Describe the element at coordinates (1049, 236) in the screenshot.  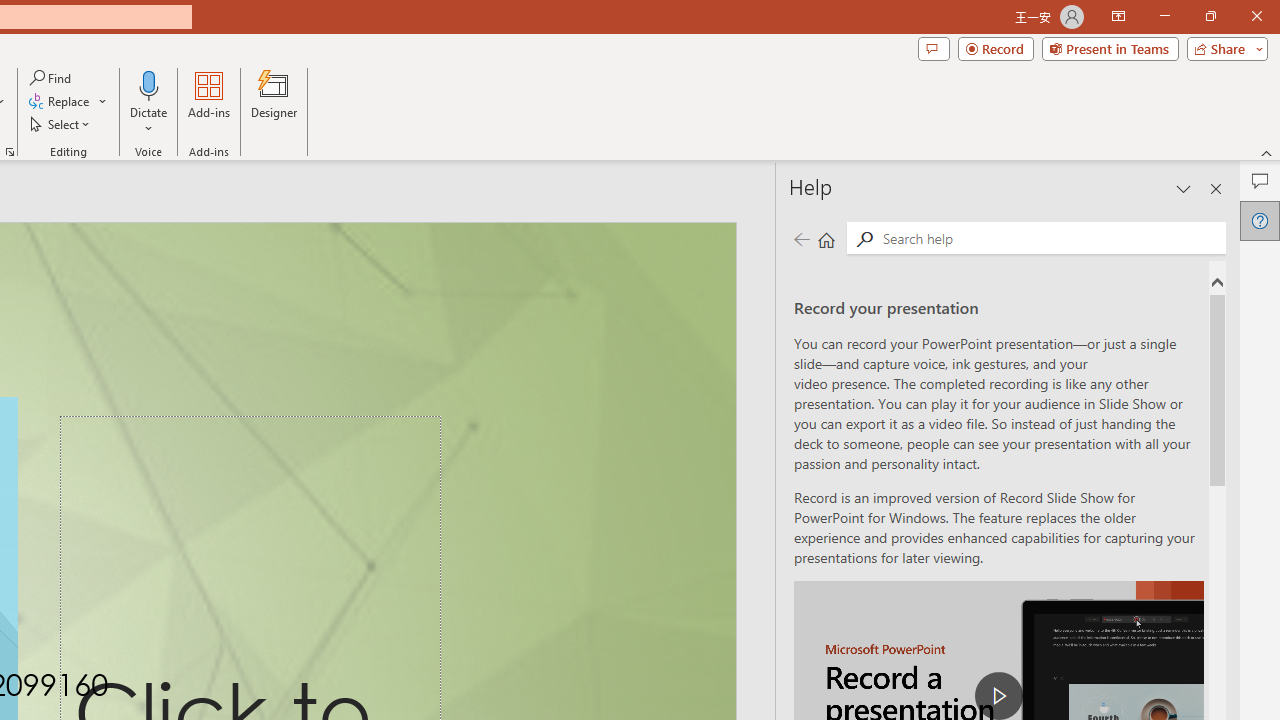
I see `'Search'` at that location.